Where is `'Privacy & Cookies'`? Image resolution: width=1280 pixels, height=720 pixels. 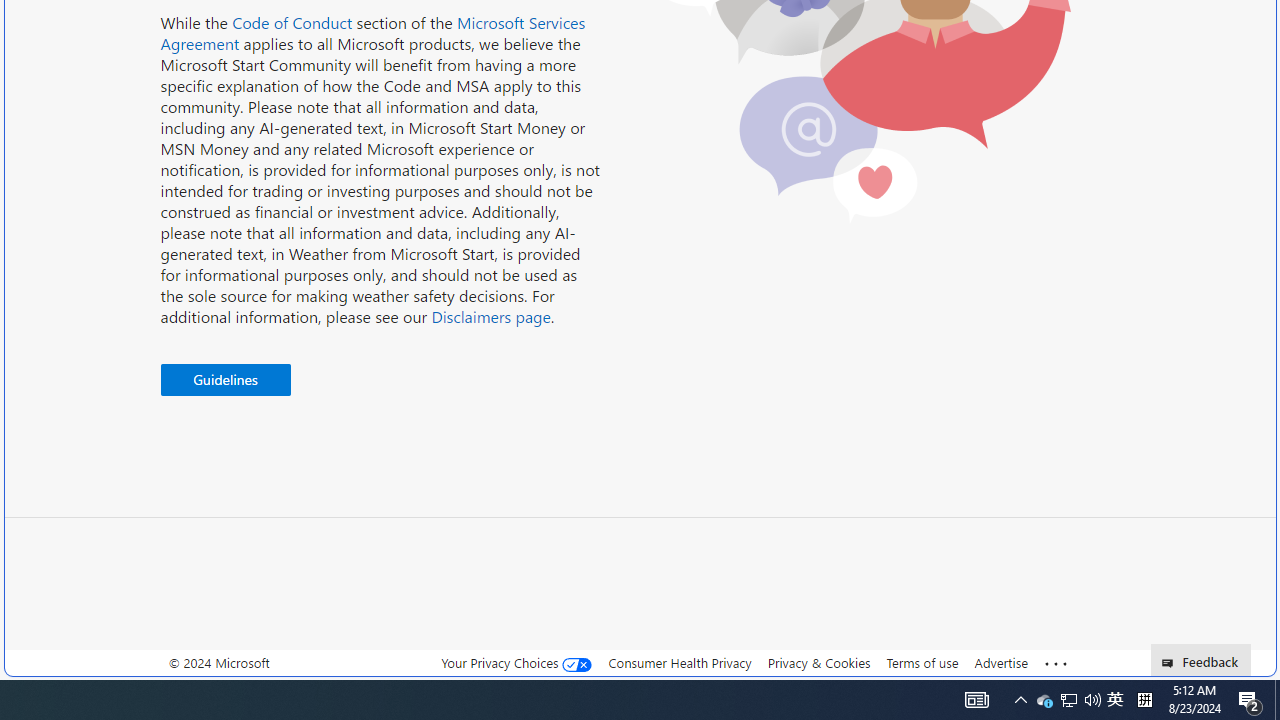
'Privacy & Cookies' is located at coordinates (818, 663).